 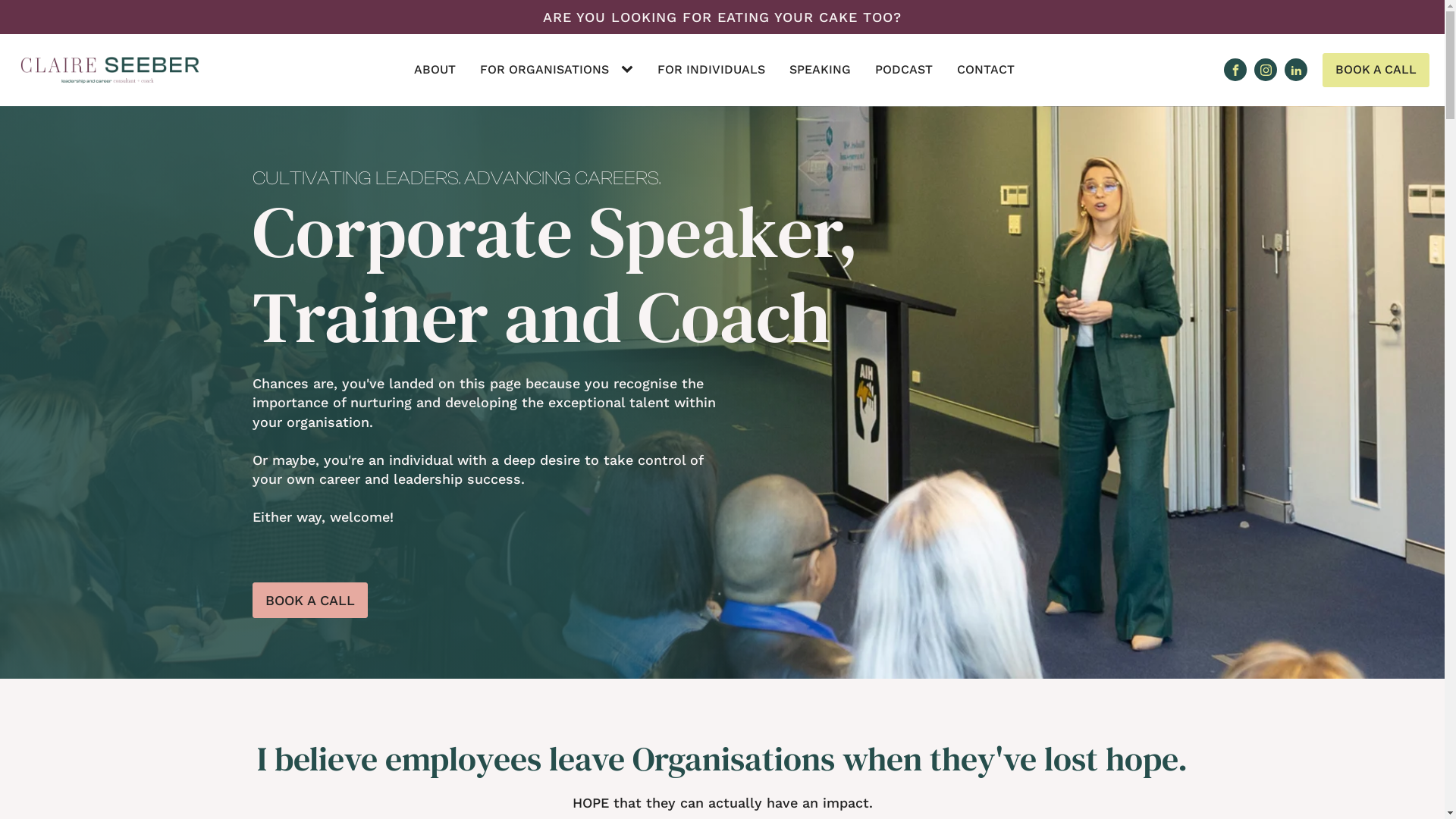 I want to click on 'BOOK A CALL', so click(x=1321, y=70).